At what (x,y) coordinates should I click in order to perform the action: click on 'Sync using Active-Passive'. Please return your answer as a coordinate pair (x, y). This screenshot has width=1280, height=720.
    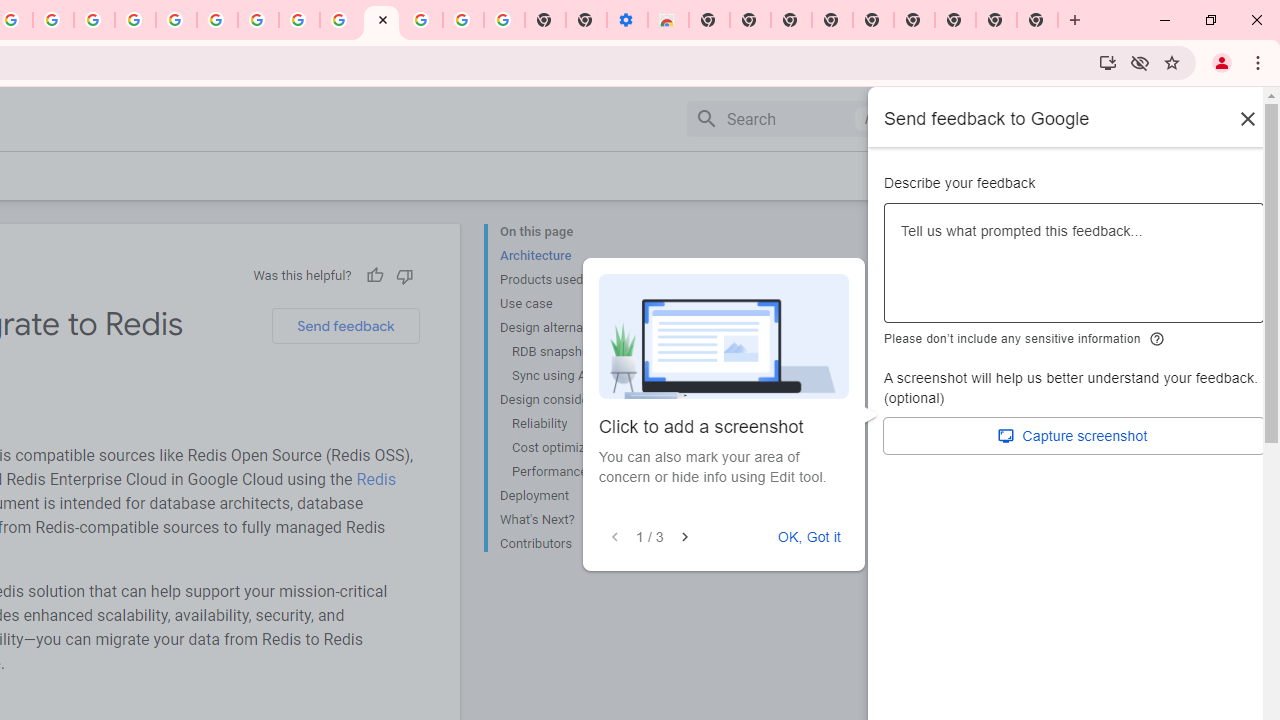
    Looking at the image, I should click on (585, 376).